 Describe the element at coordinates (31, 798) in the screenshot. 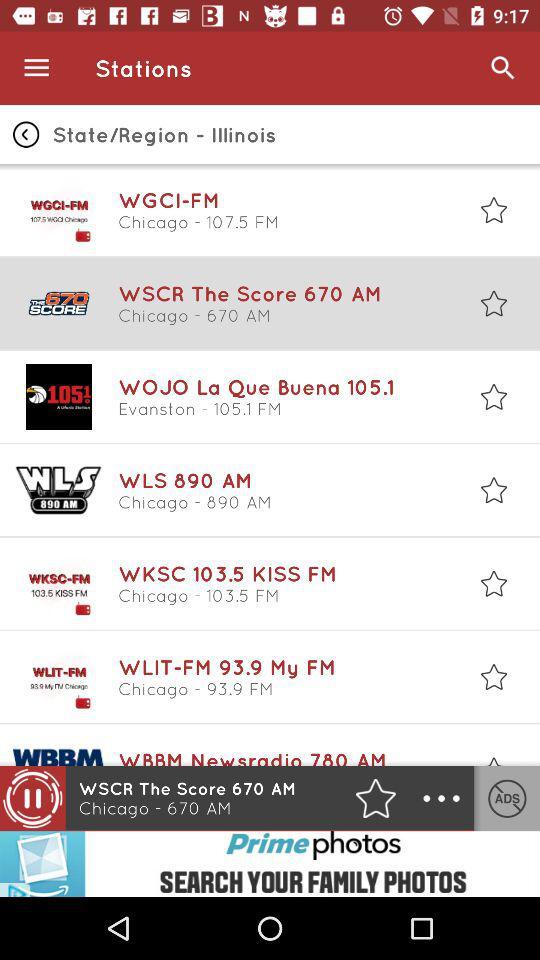

I see `the pause icon` at that location.